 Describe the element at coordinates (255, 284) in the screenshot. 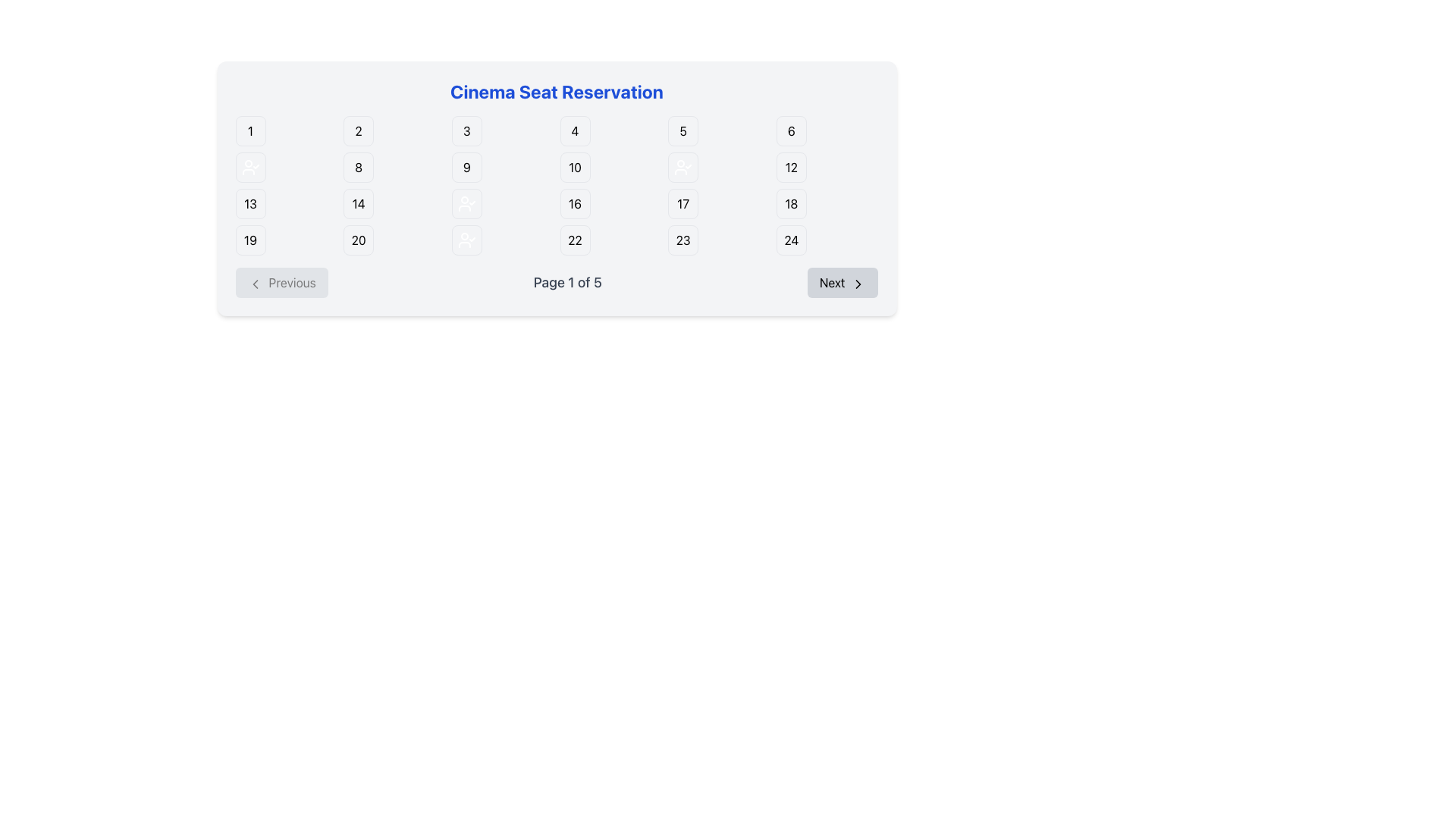

I see `the left arrow icon within the 'Previous' button` at that location.